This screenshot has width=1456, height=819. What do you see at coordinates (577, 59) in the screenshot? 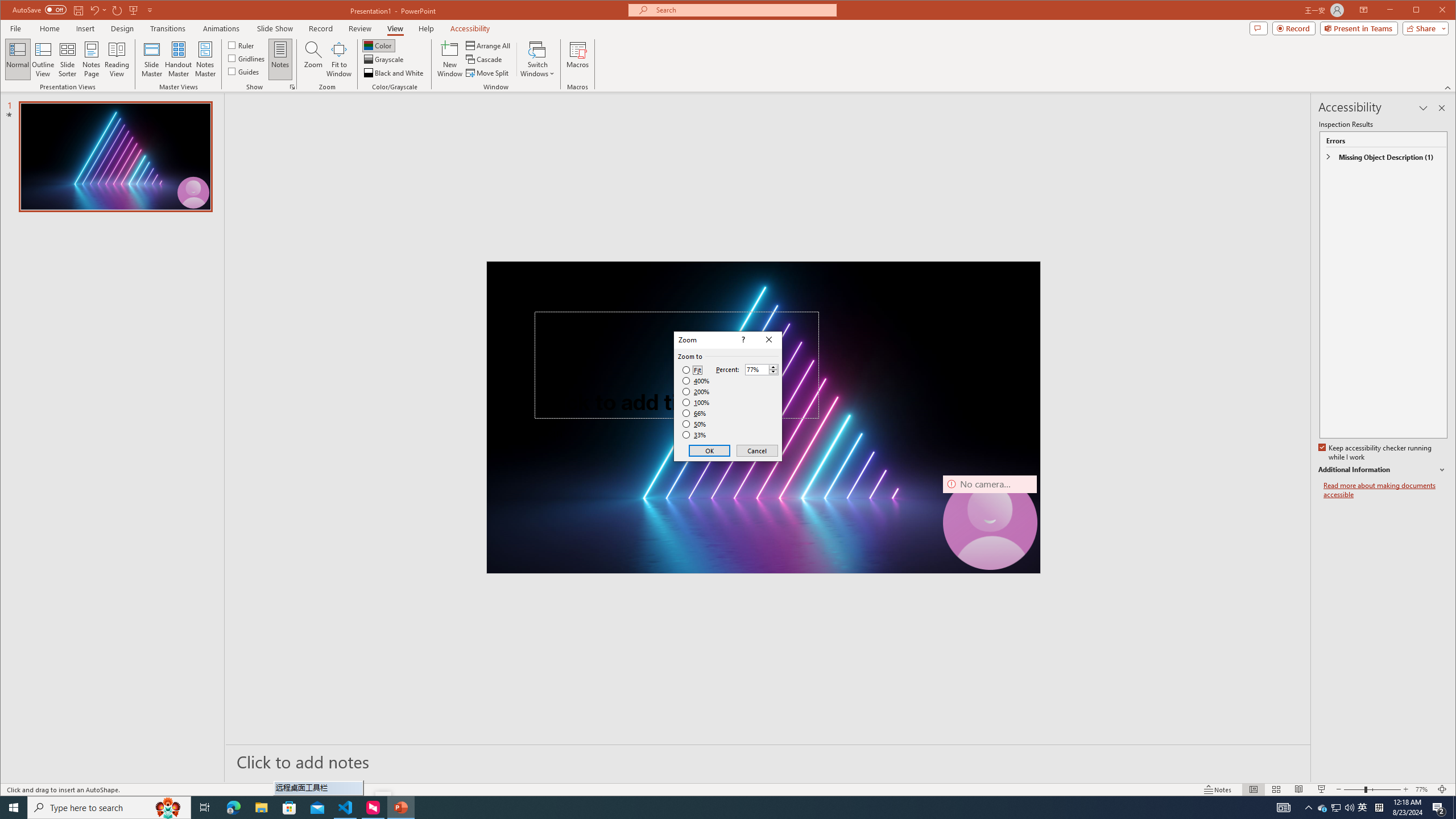
I see `'Macros'` at bounding box center [577, 59].